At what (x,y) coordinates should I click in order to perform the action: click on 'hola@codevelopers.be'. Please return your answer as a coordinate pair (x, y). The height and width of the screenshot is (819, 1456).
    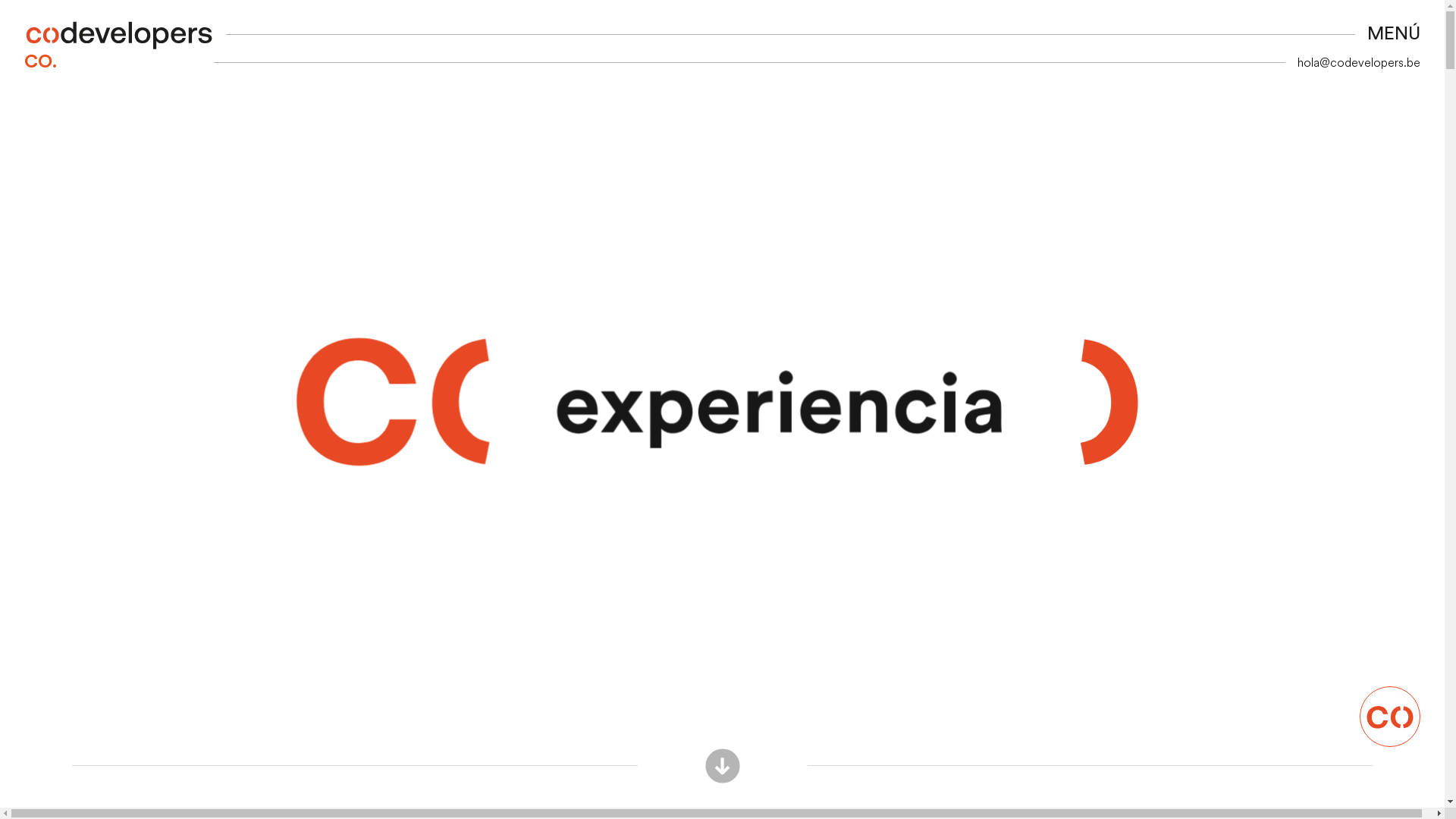
    Looking at the image, I should click on (1358, 61).